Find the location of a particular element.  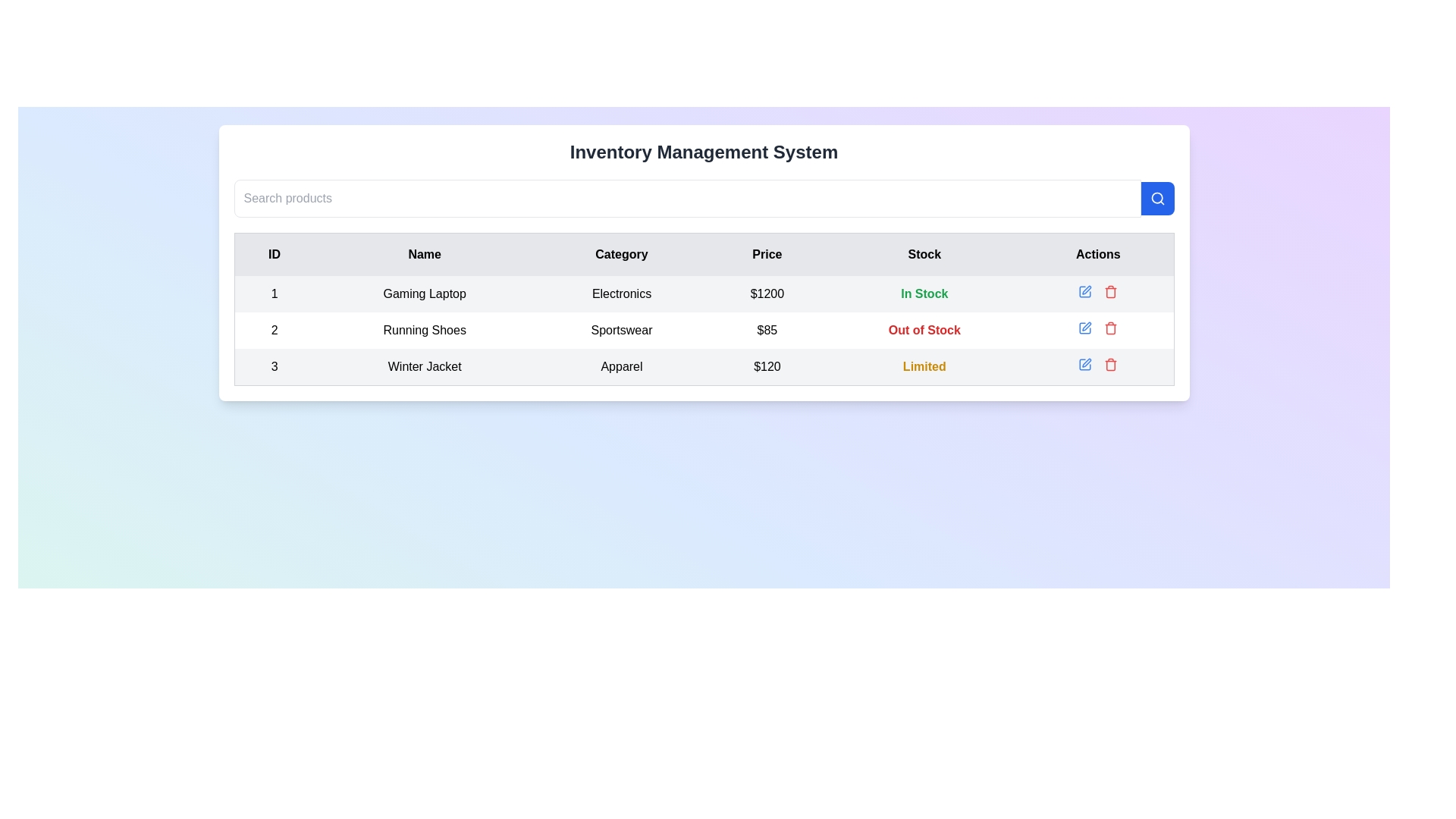

product information displayed in the table row for 'Running Shoes', which includes category, price, and stock status is located at coordinates (703, 329).